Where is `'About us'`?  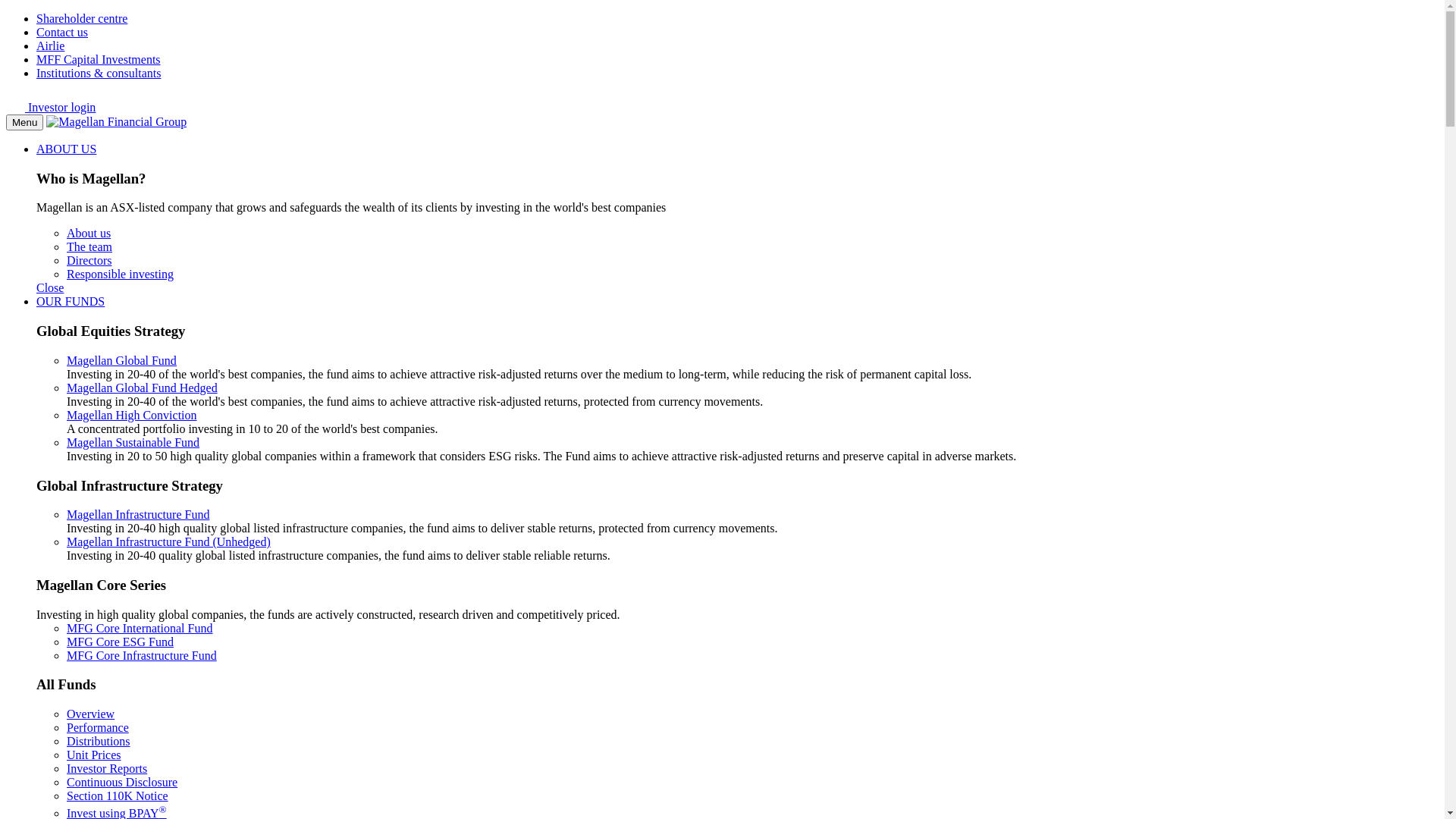
'About us' is located at coordinates (87, 233).